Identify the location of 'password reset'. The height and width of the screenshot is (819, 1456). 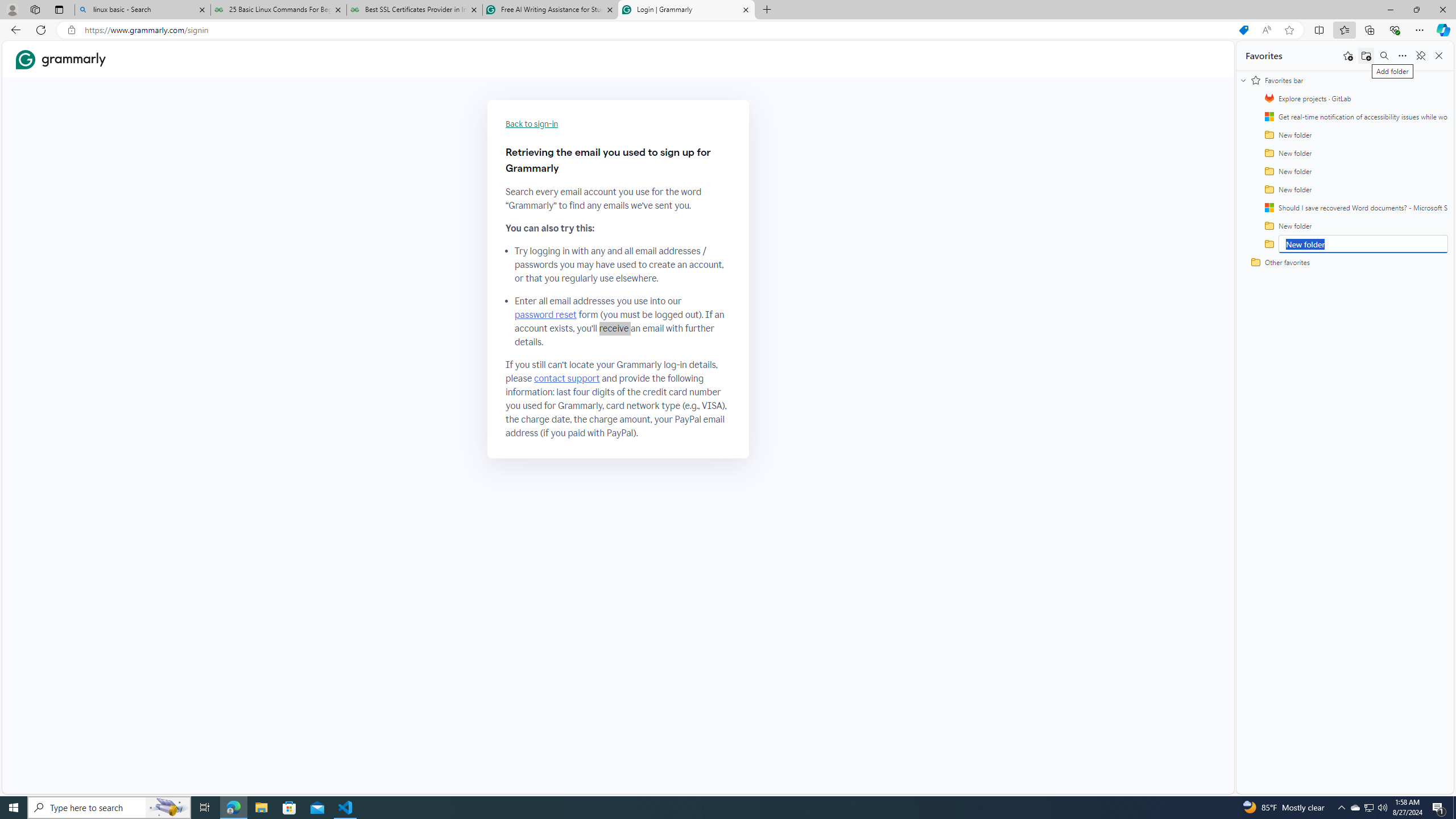
(545, 314).